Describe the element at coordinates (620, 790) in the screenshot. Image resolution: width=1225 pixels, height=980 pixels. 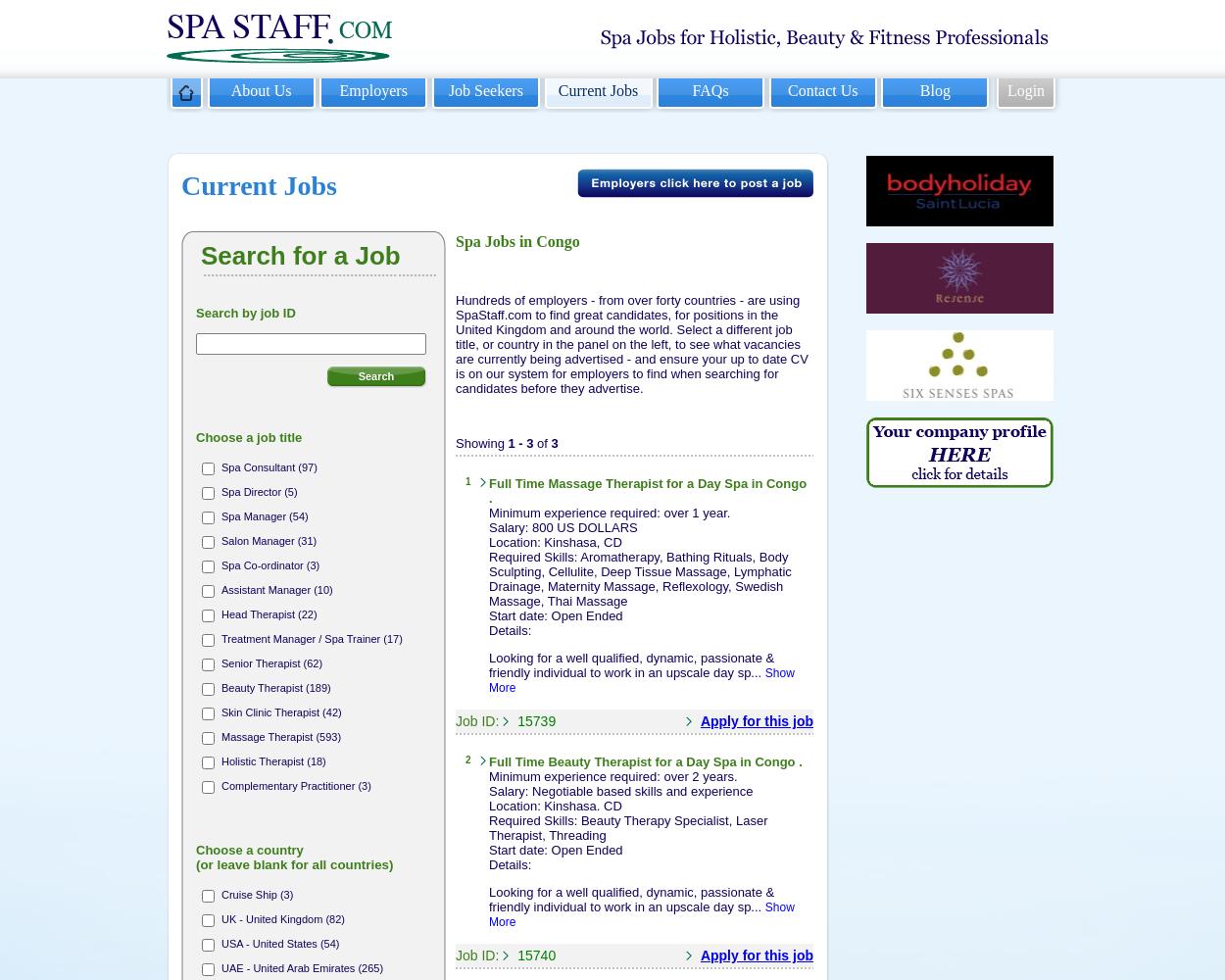
I see `'Salary: Negotiable based skills and experience'` at that location.